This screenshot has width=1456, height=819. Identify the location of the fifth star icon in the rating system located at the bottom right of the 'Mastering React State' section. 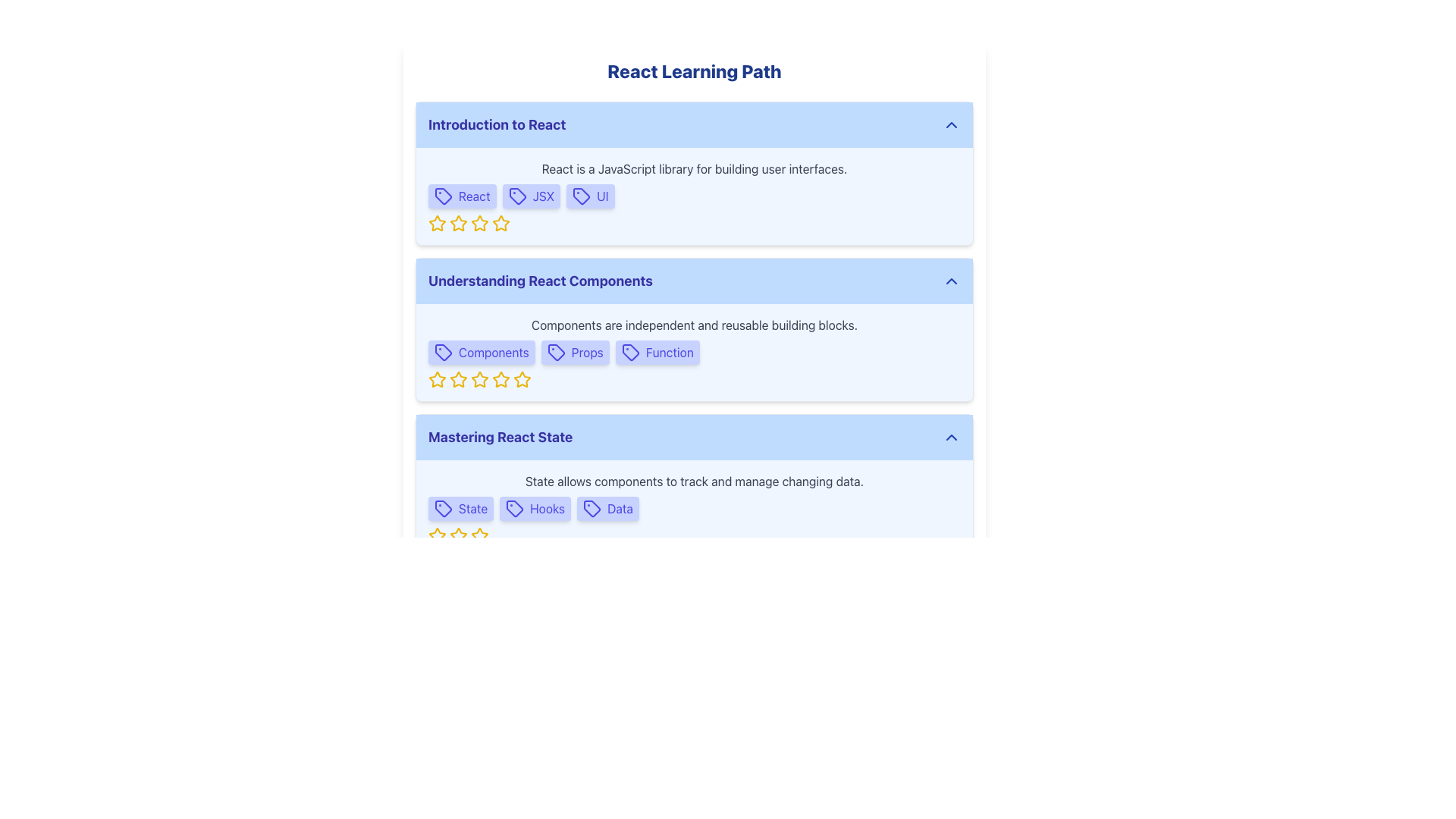
(457, 535).